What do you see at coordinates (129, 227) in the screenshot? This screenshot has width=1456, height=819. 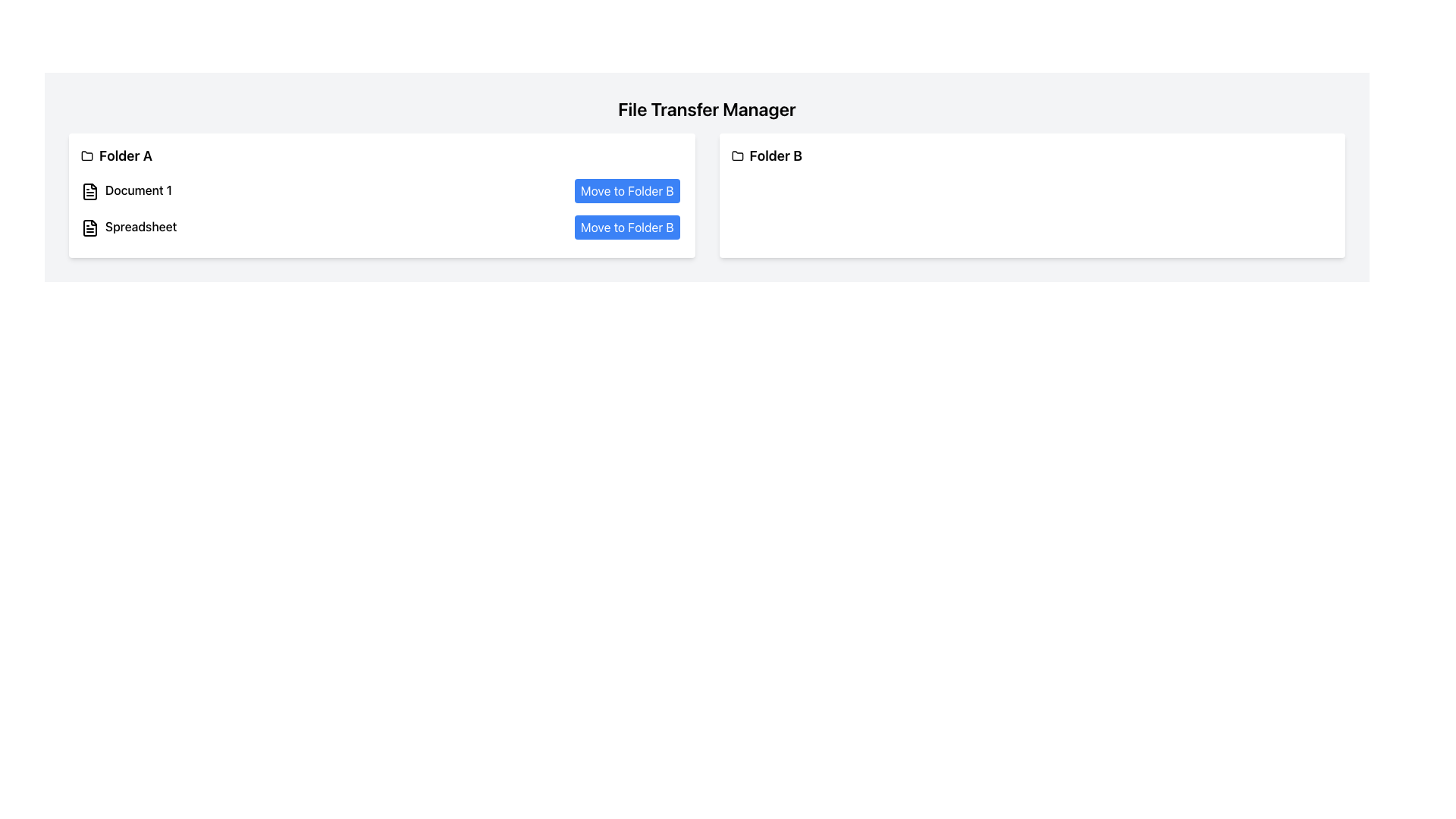 I see `the 'Spreadsheet' label element, which is styled in bold medium font and is located within the white card labeled 'Folder A', positioned below 'Document 1'` at bounding box center [129, 227].